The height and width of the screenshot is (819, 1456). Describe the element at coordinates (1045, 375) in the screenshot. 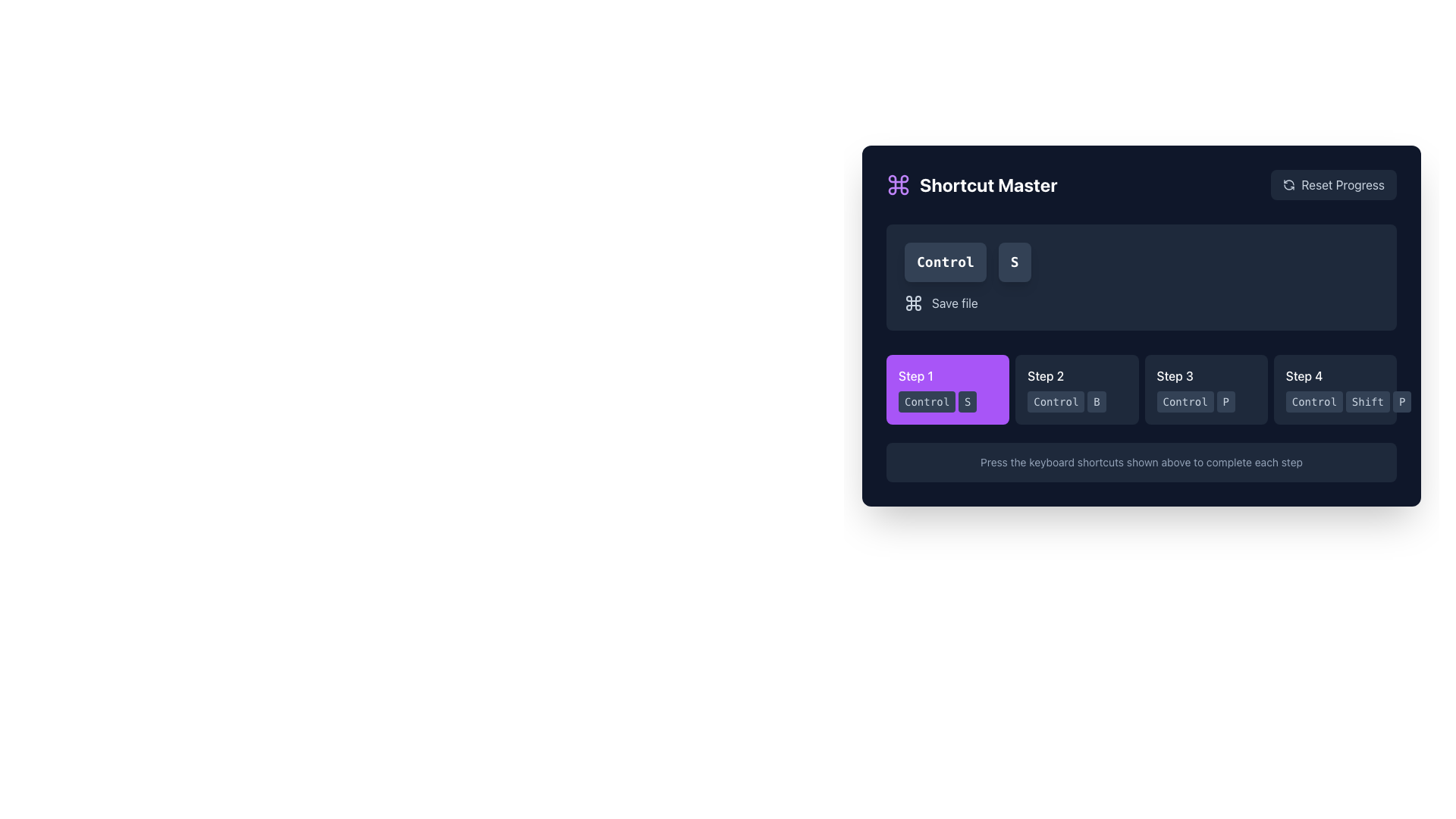

I see `the label indicating step 2 in the sequence of actions, which is centrally aligned and positioned between step 1 and step 3` at that location.